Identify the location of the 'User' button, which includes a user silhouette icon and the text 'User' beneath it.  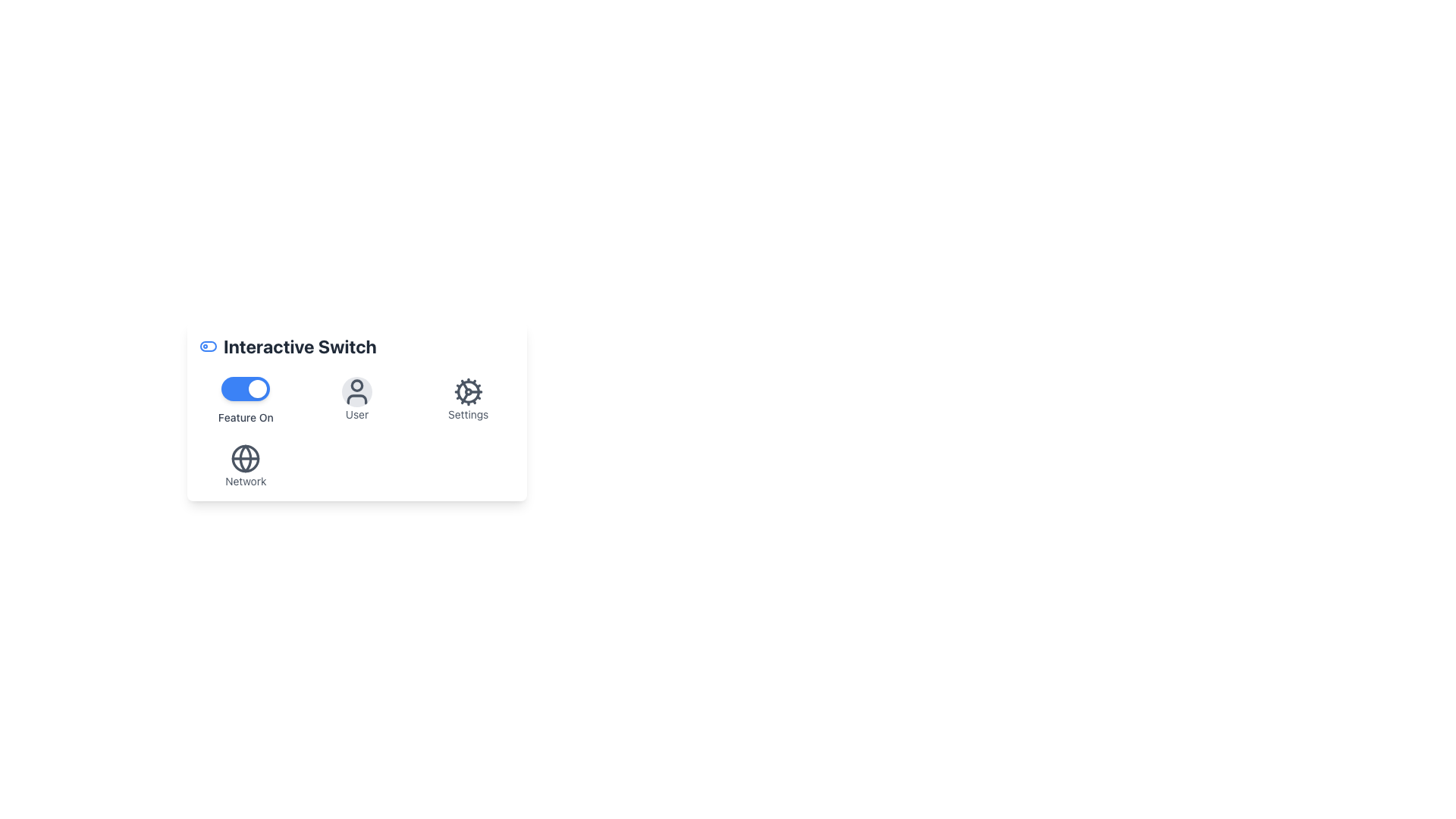
(356, 400).